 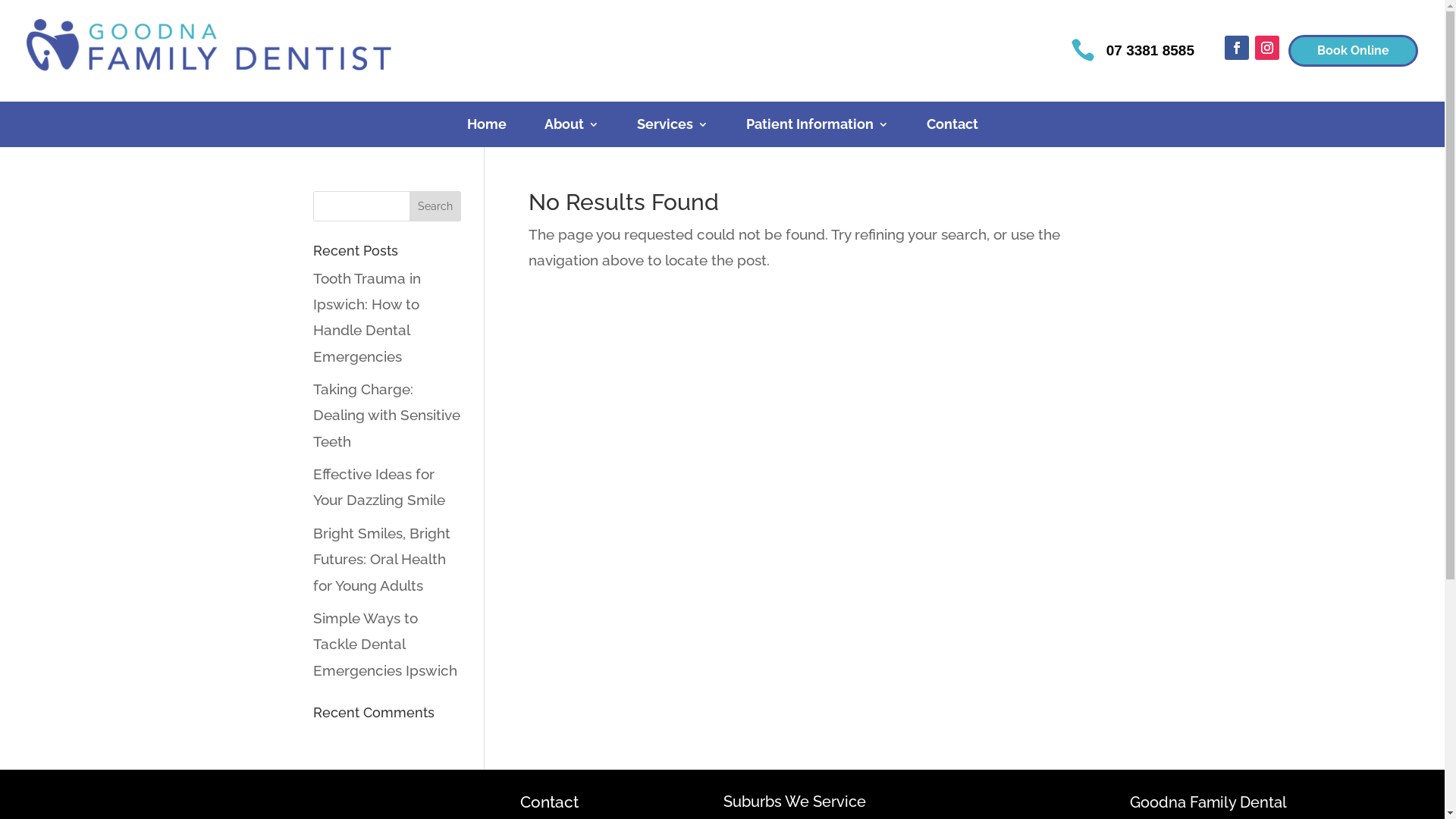 What do you see at coordinates (366, 316) in the screenshot?
I see `'Tooth Trauma in Ipswich: How to Handle Dental Emergencies'` at bounding box center [366, 316].